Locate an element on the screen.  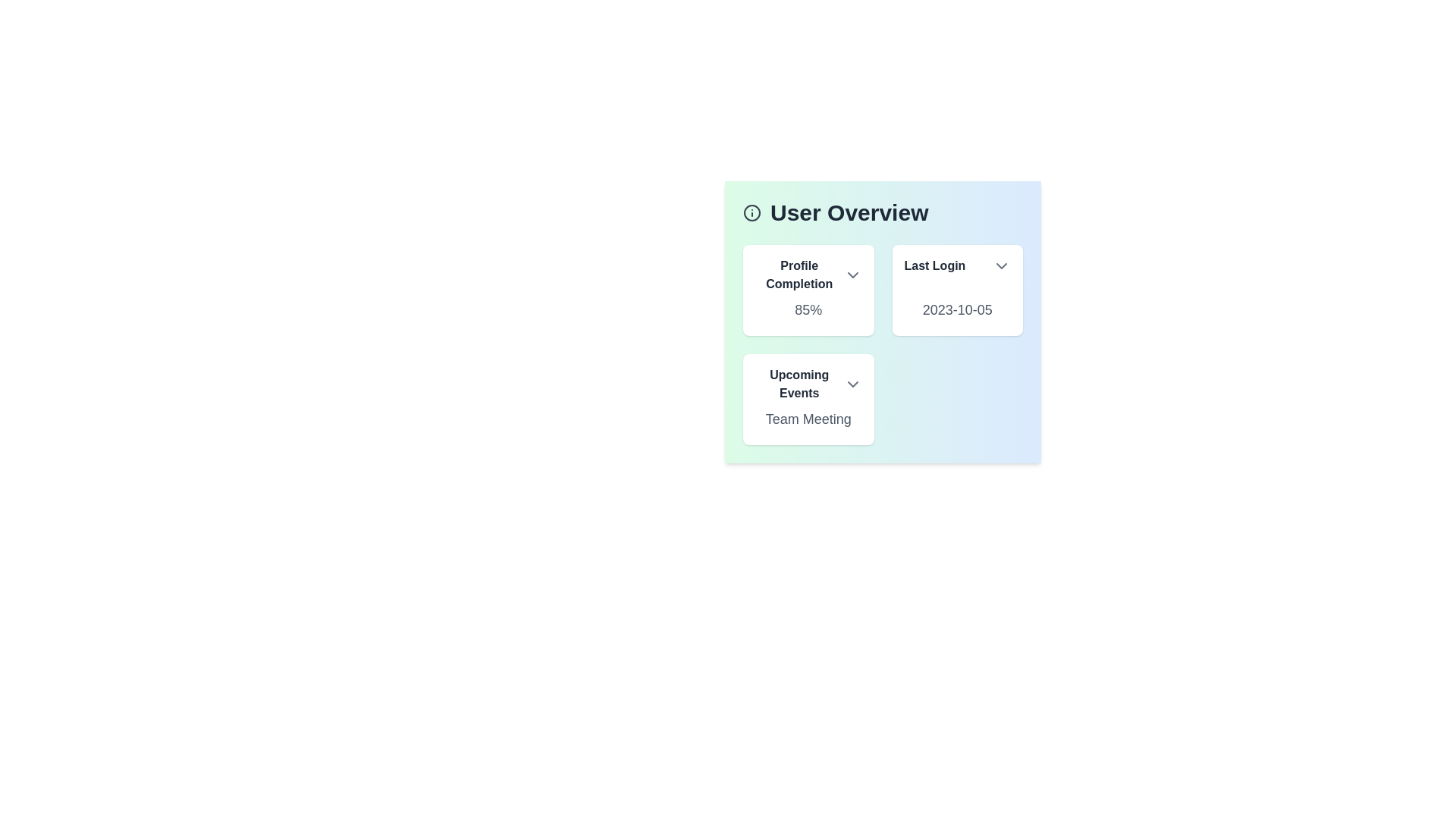
the user profile completion label located at the top-left corner of a white, rounded, shadowed card that indicates section title is located at coordinates (808, 275).